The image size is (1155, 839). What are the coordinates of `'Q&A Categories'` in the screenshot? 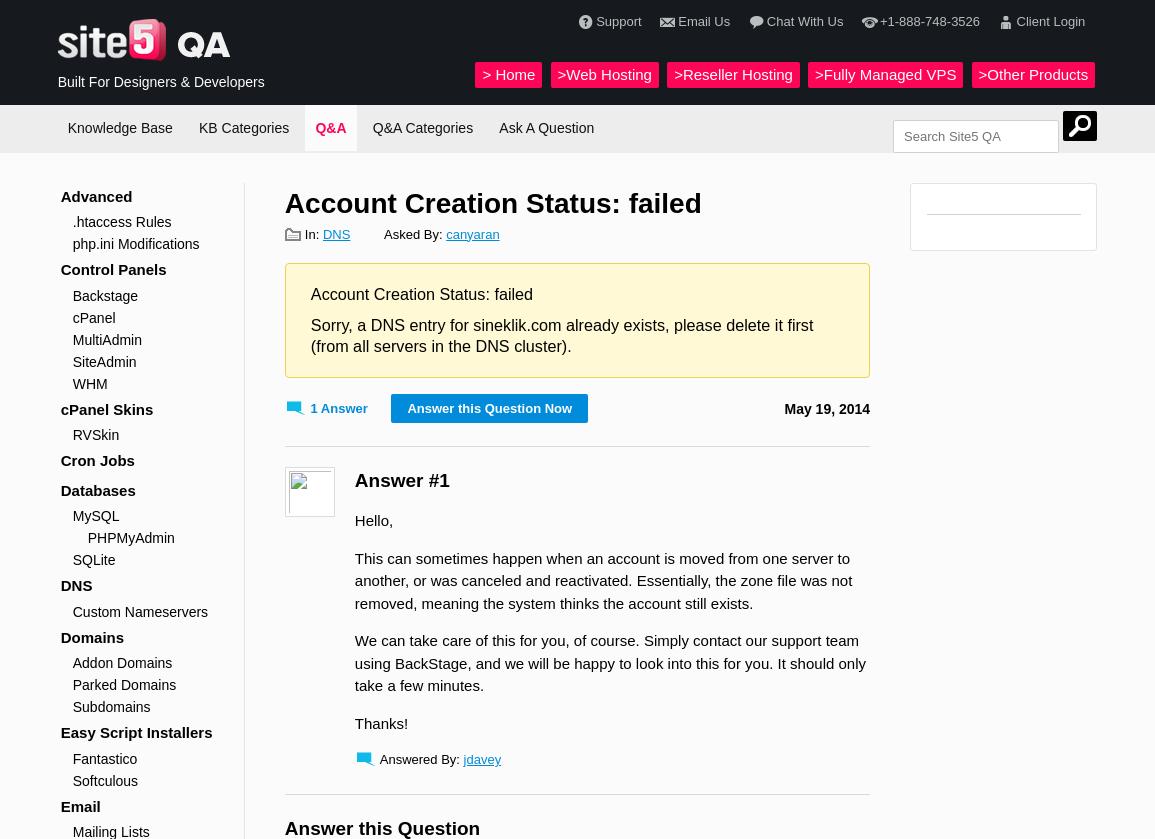 It's located at (422, 127).